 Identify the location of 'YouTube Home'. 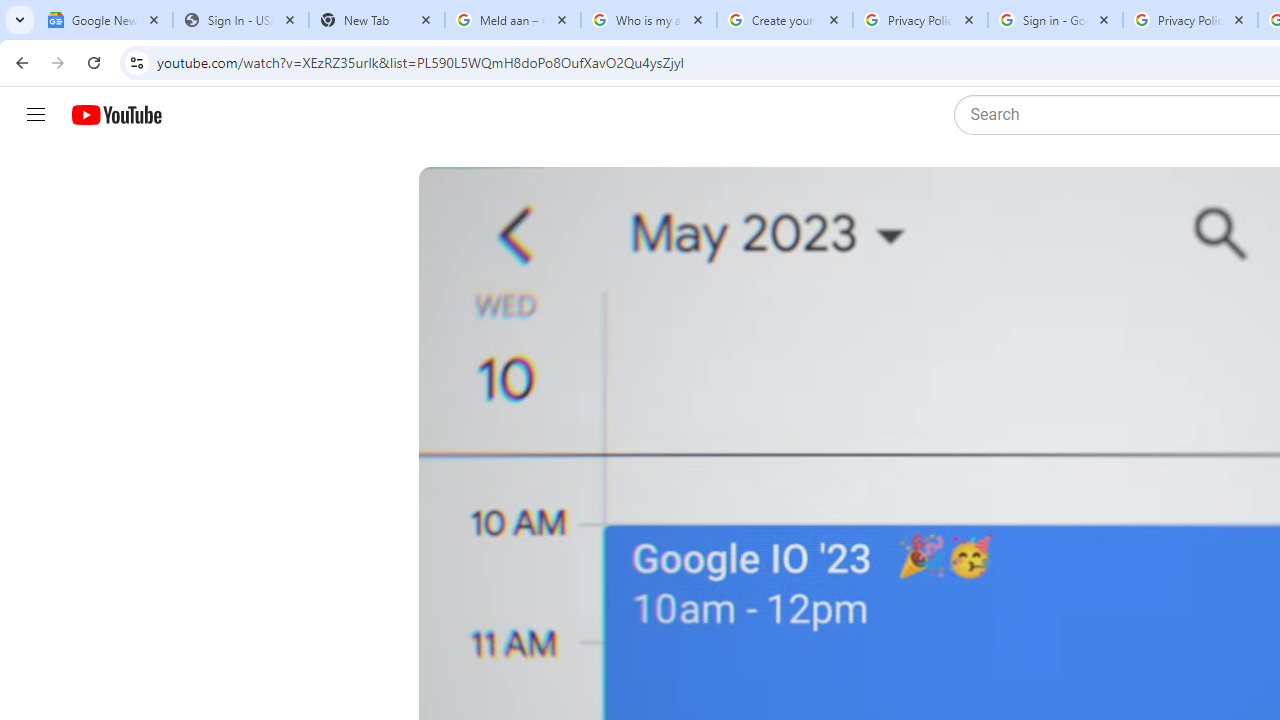
(115, 115).